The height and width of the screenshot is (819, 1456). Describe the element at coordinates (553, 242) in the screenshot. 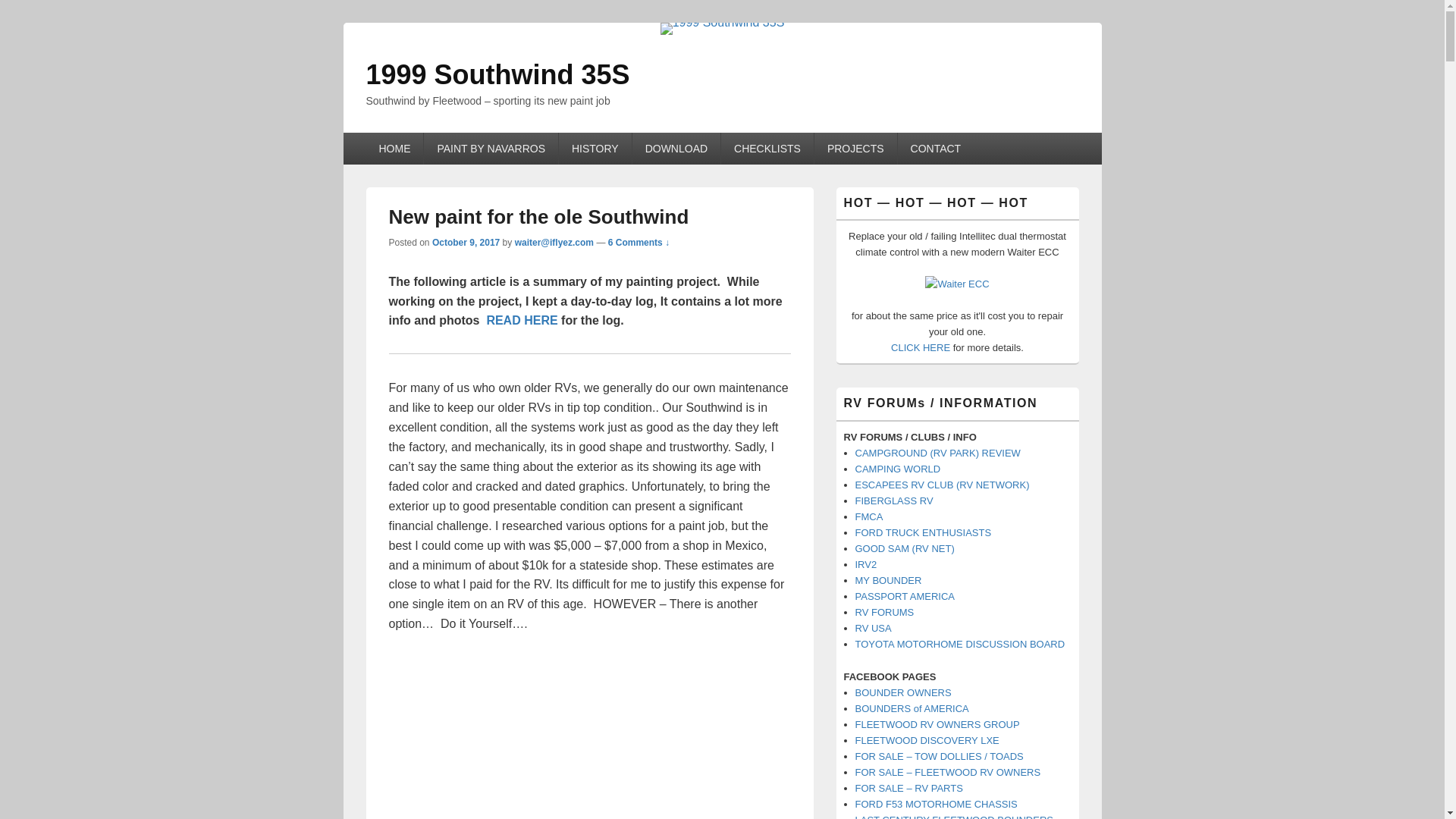

I see `'waiter@iflyez.com'` at that location.